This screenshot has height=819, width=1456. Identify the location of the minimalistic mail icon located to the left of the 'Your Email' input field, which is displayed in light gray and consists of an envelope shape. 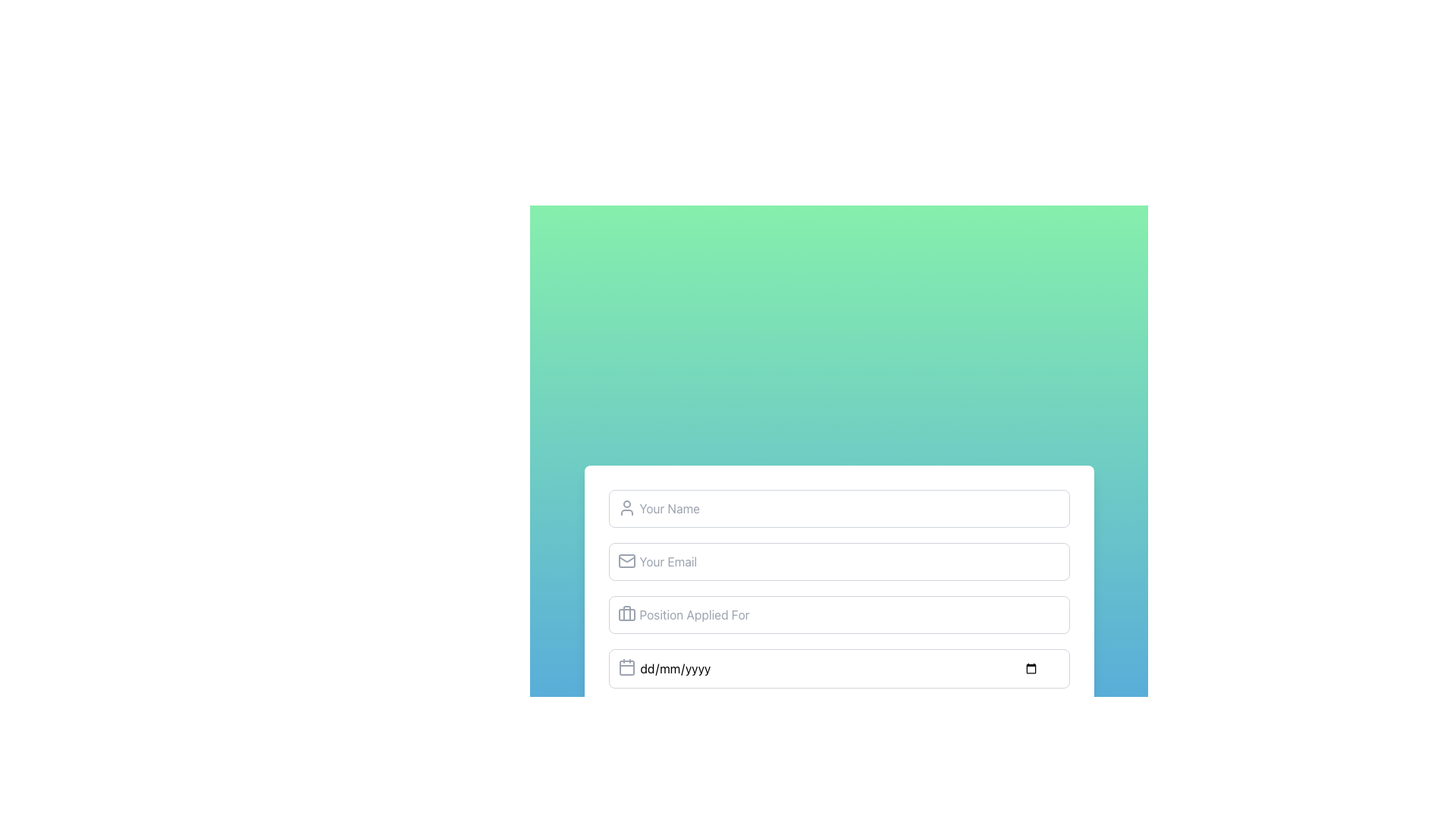
(626, 561).